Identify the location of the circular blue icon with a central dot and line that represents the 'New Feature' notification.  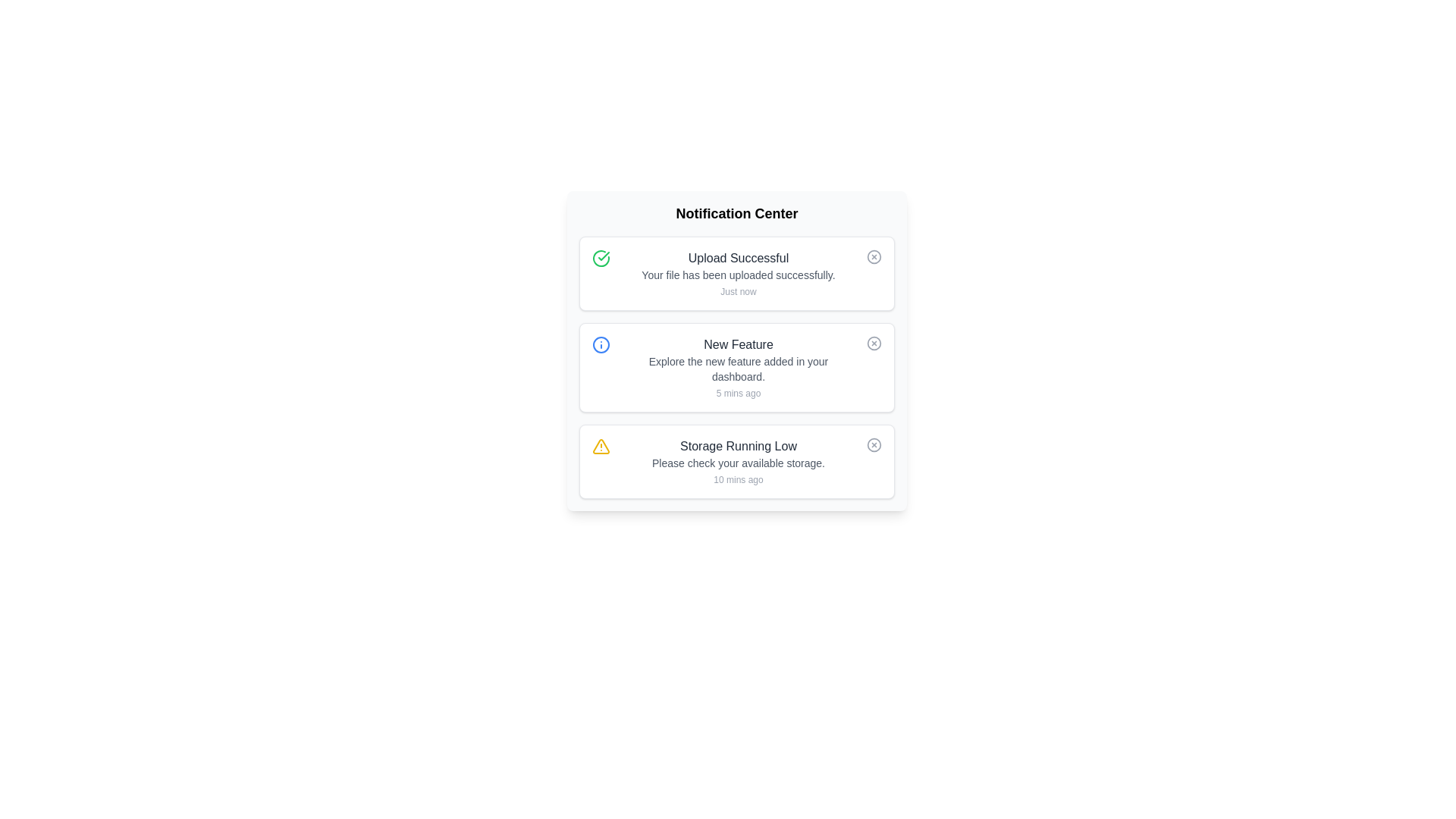
(600, 345).